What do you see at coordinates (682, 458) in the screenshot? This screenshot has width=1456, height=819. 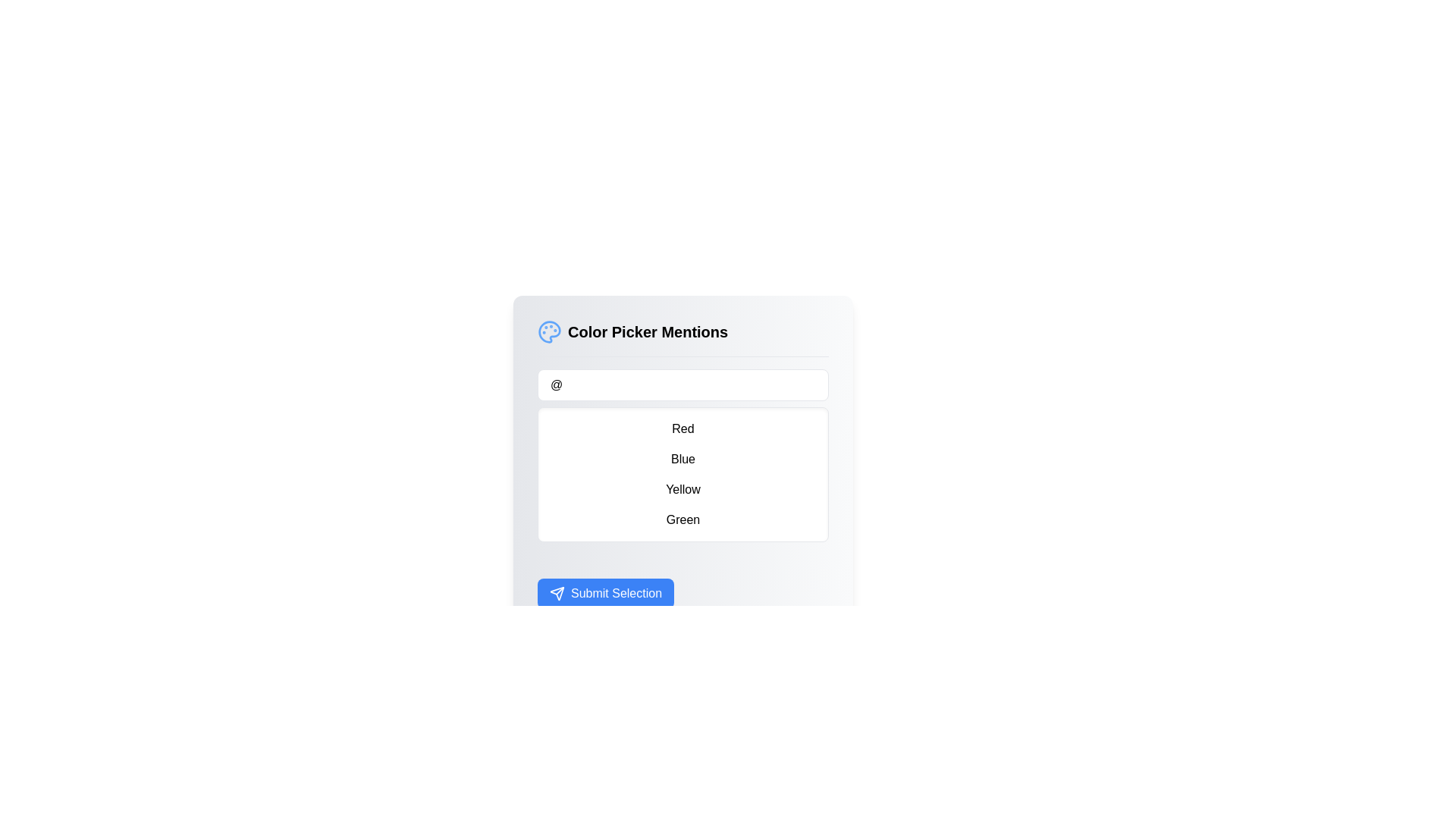 I see `the 'Blue' option button located under the 'Color Picker Mentions' header` at bounding box center [682, 458].